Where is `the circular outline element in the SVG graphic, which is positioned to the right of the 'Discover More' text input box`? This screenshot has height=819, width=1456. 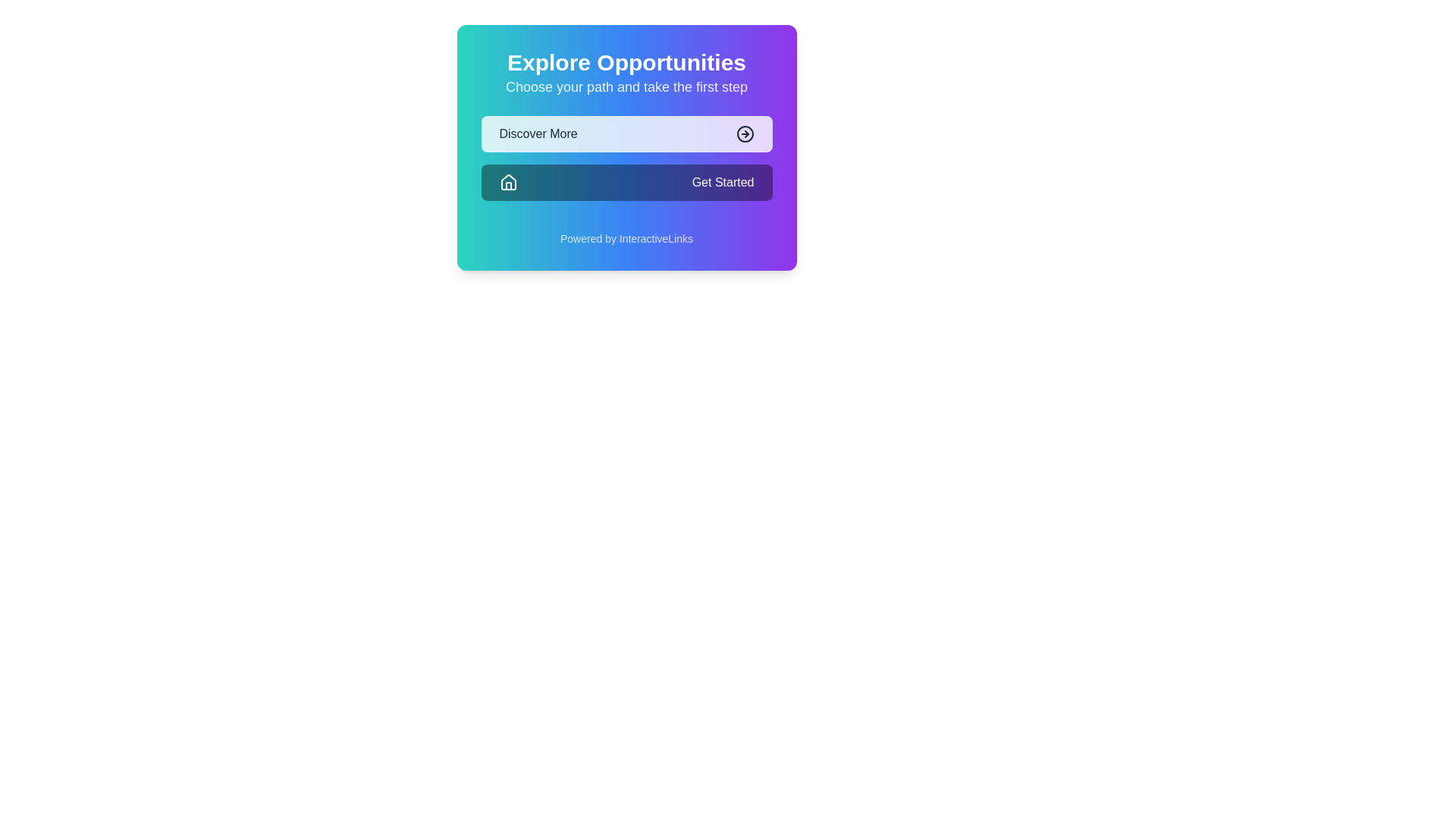 the circular outline element in the SVG graphic, which is positioned to the right of the 'Discover More' text input box is located at coordinates (745, 133).